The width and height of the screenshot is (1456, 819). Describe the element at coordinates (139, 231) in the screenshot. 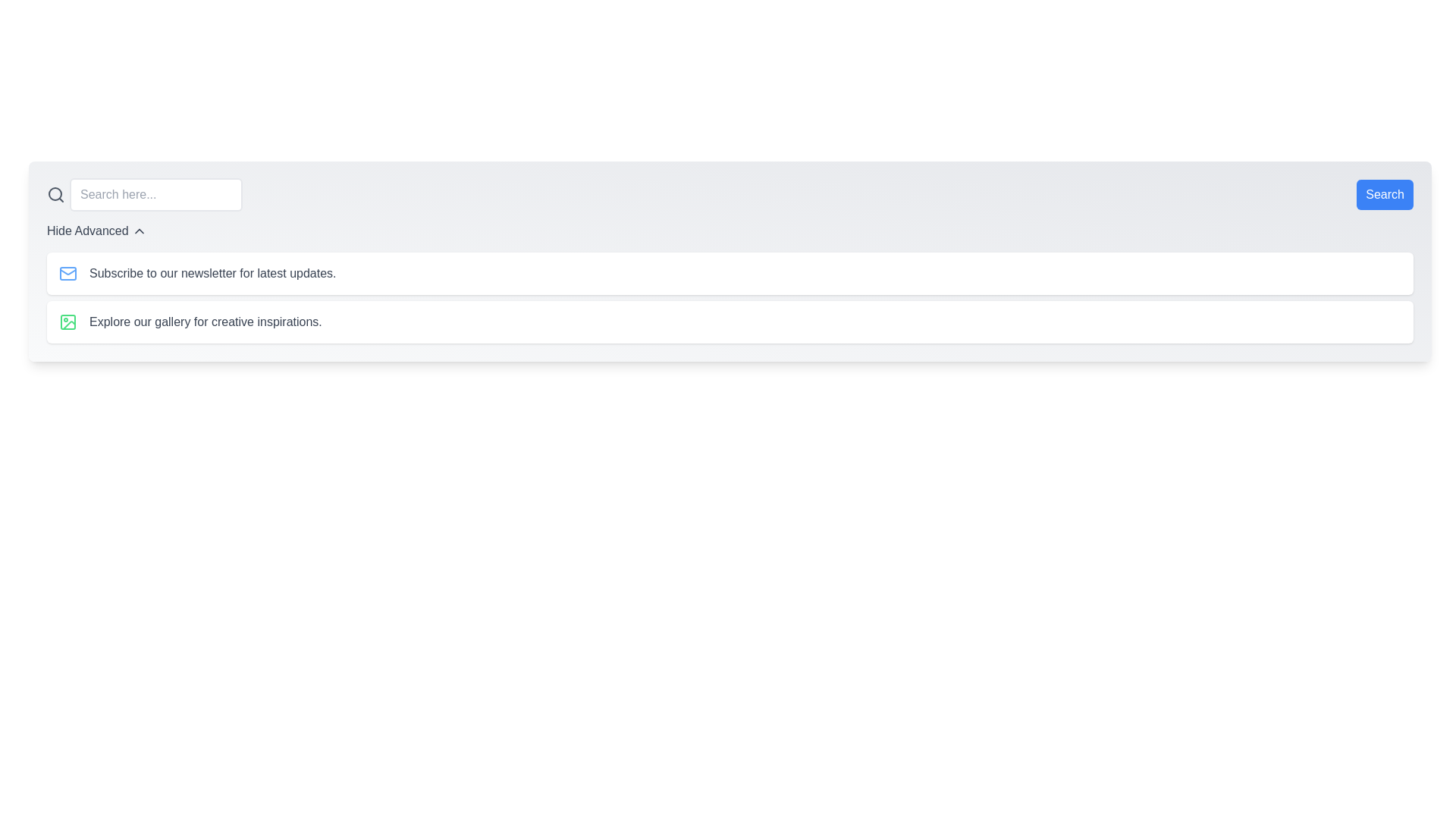

I see `the chevron icon located to the right of the 'Hide Advanced' text` at that location.